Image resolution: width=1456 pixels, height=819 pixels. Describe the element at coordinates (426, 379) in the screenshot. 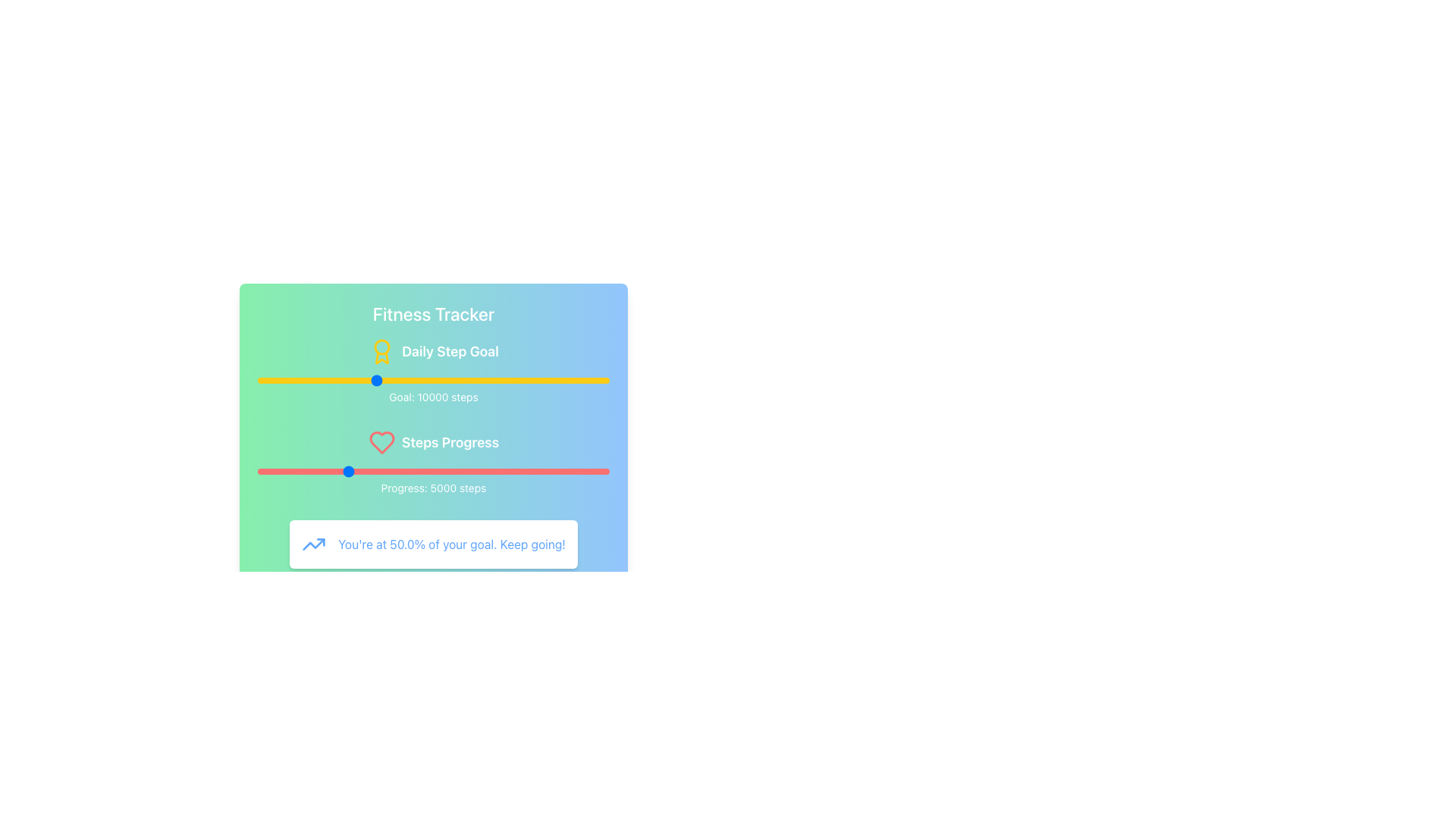

I see `the daily step goal` at that location.